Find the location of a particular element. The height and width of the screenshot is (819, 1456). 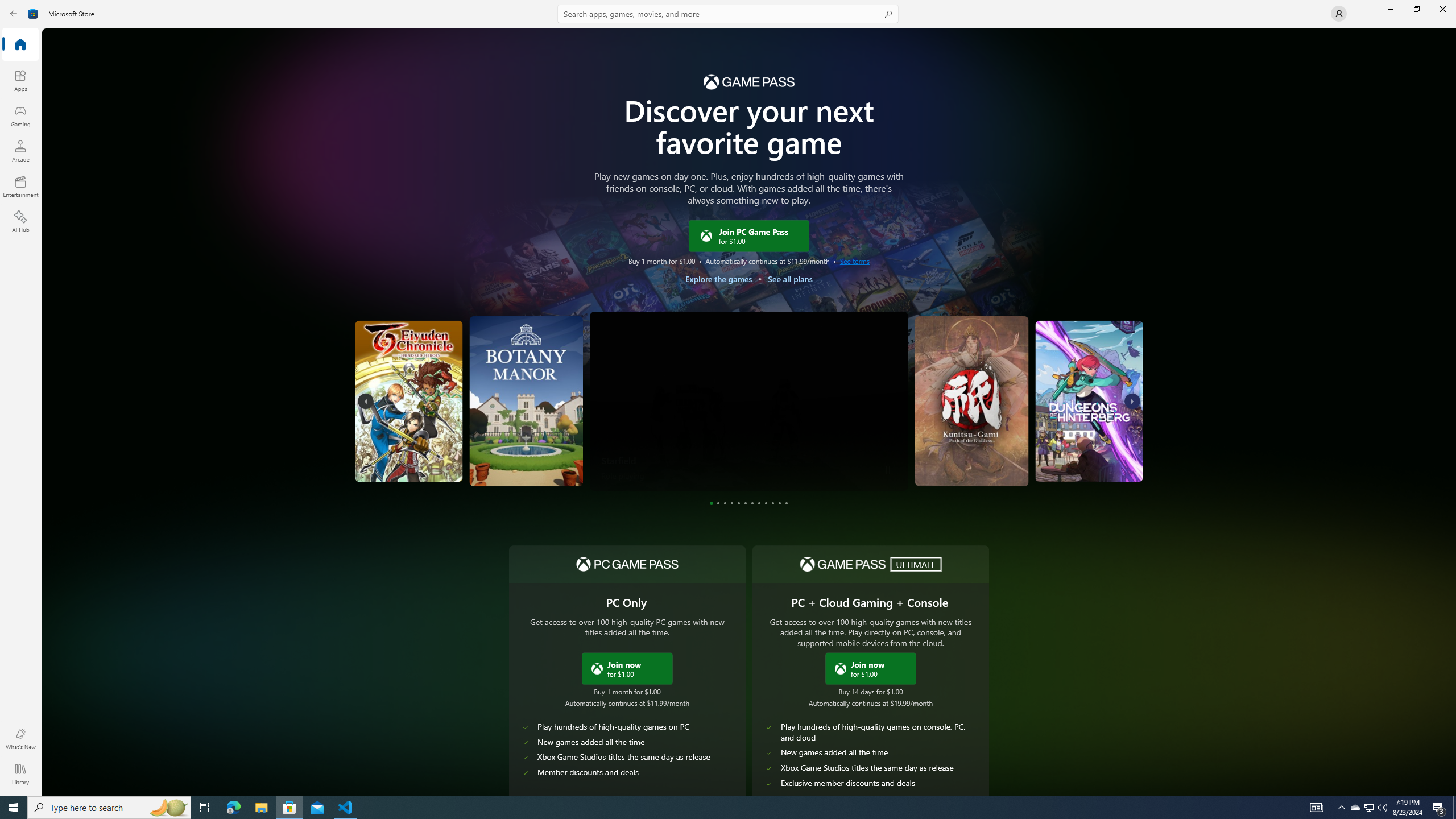

'Library' is located at coordinates (19, 773).